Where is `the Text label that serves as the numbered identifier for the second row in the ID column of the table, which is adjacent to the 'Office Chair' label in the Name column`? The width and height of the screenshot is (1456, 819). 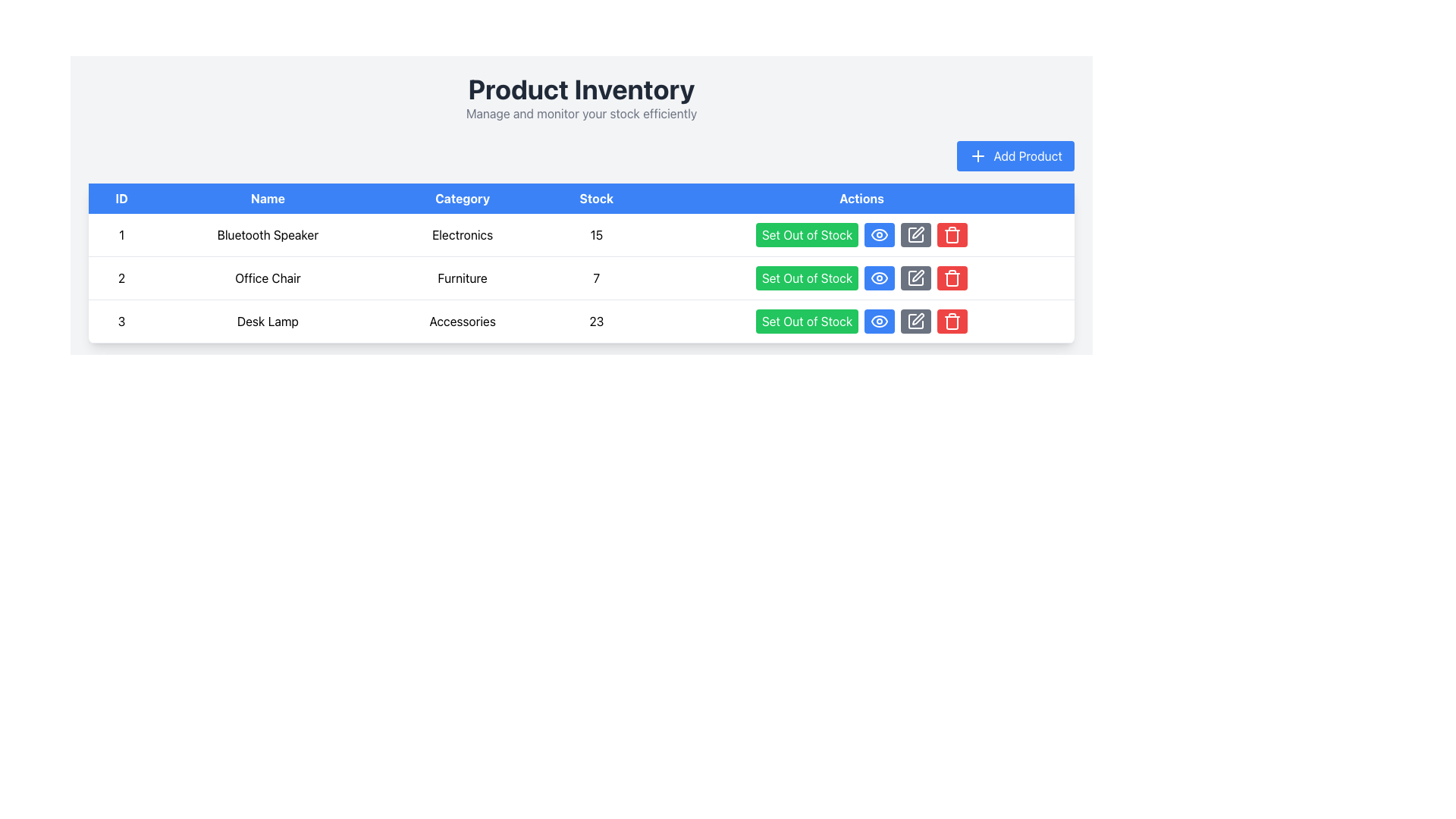
the Text label that serves as the numbered identifier for the second row in the ID column of the table, which is adjacent to the 'Office Chair' label in the Name column is located at coordinates (121, 278).